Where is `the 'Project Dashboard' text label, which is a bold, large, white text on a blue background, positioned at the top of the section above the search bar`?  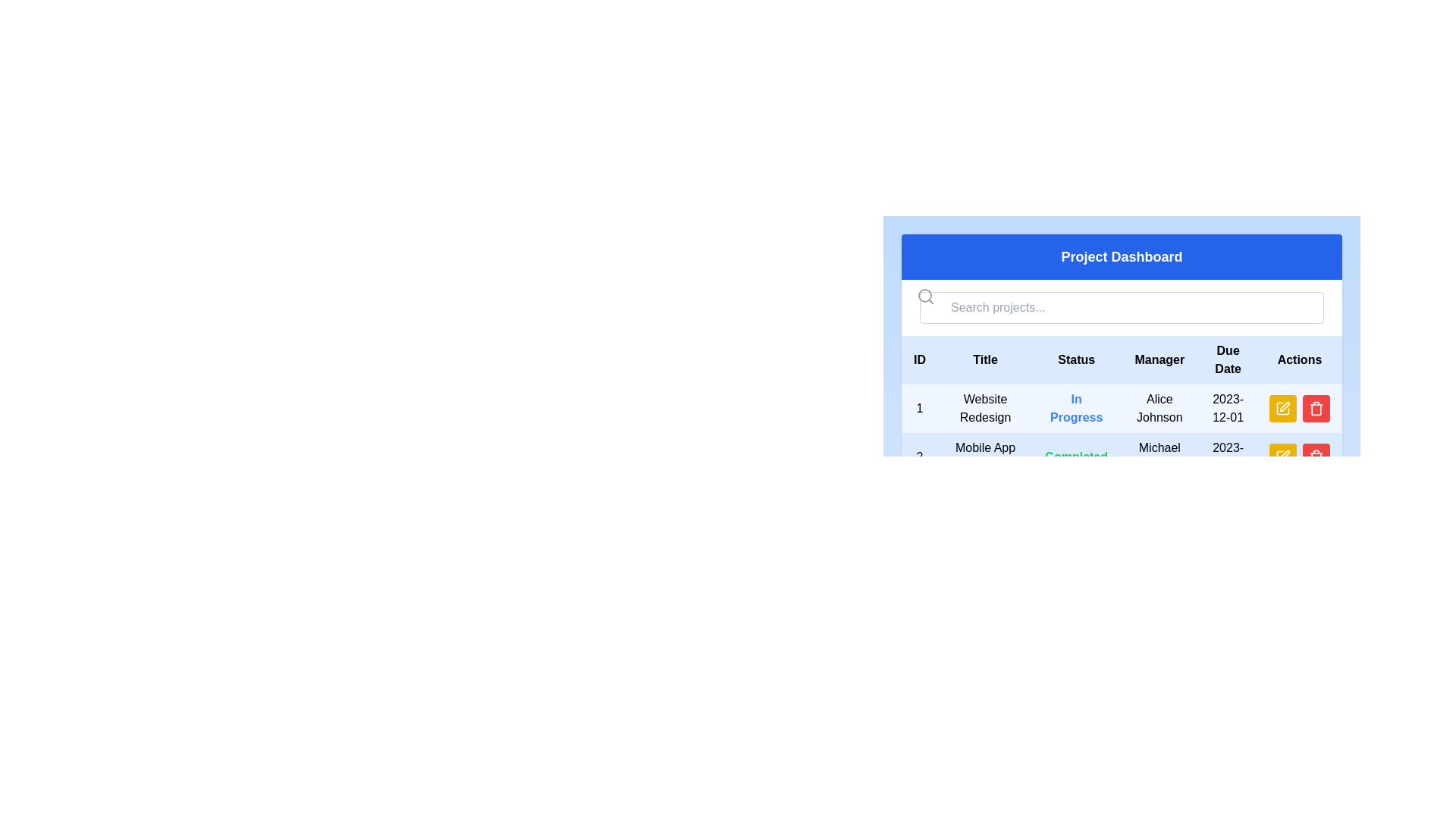
the 'Project Dashboard' text label, which is a bold, large, white text on a blue background, positioned at the top of the section above the search bar is located at coordinates (1122, 256).